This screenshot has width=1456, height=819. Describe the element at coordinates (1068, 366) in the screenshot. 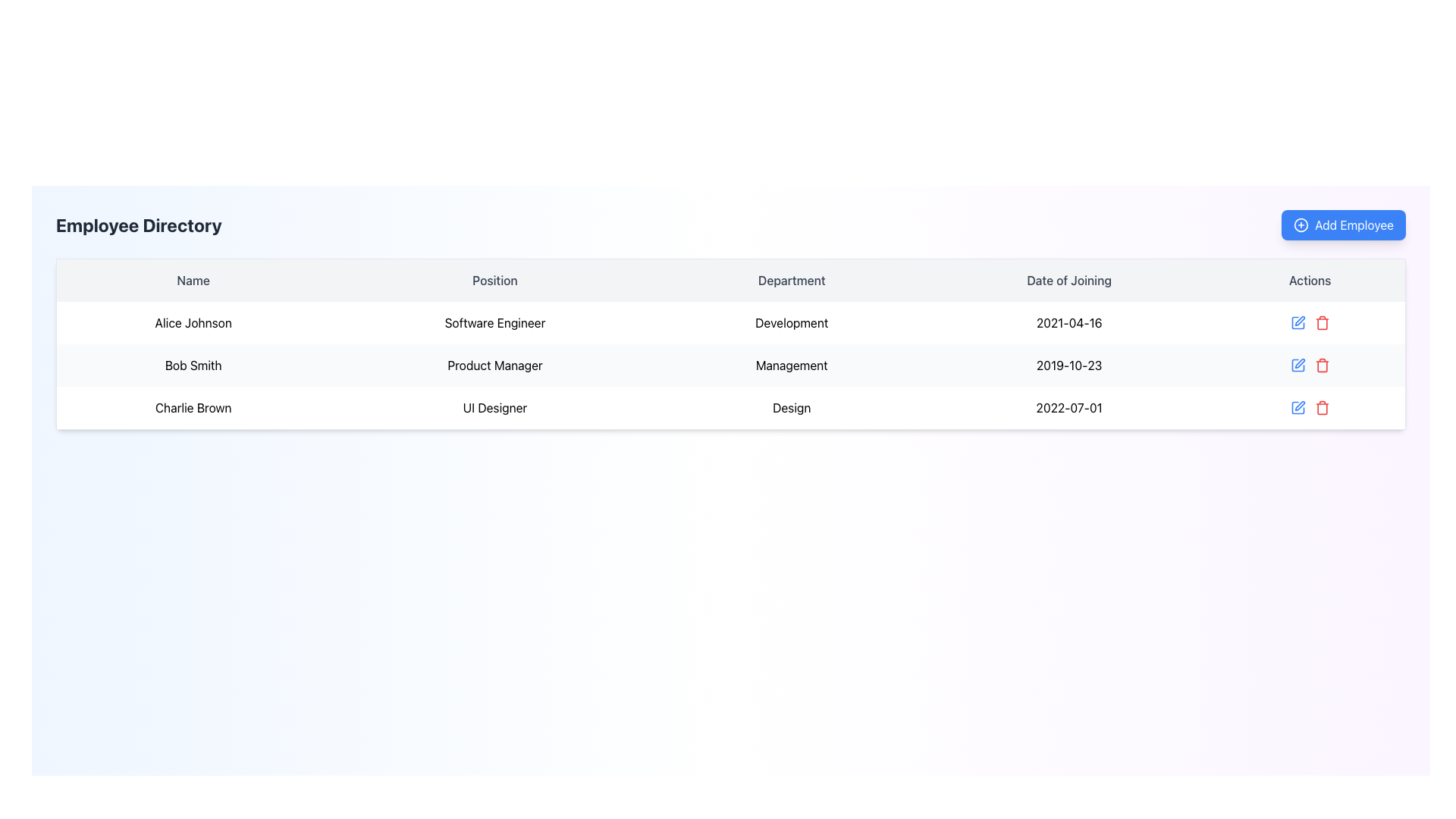

I see `the static text displaying the date '2019-10-23' located in the fourth column of the second row of the employee details table` at that location.